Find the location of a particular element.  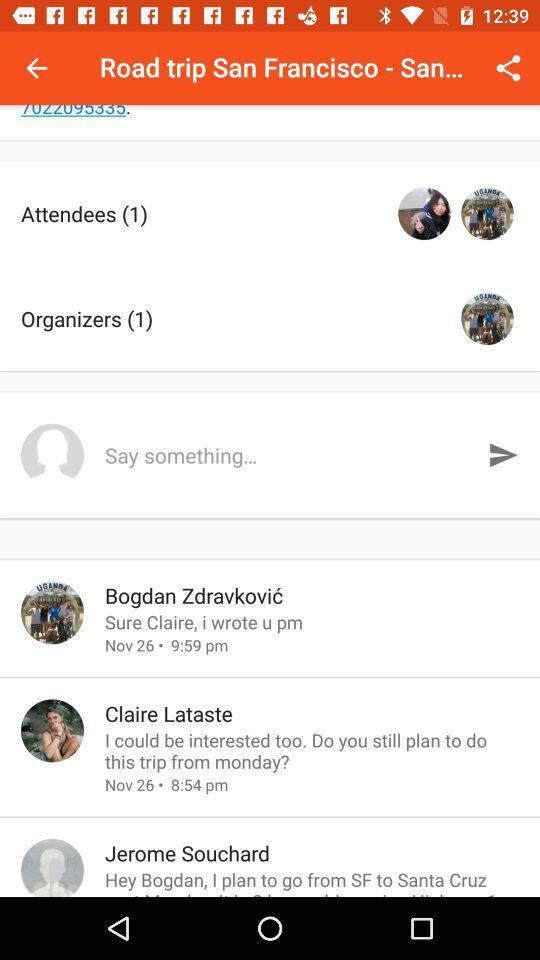

1 line text which is at the bottom of the page is located at coordinates (312, 880).